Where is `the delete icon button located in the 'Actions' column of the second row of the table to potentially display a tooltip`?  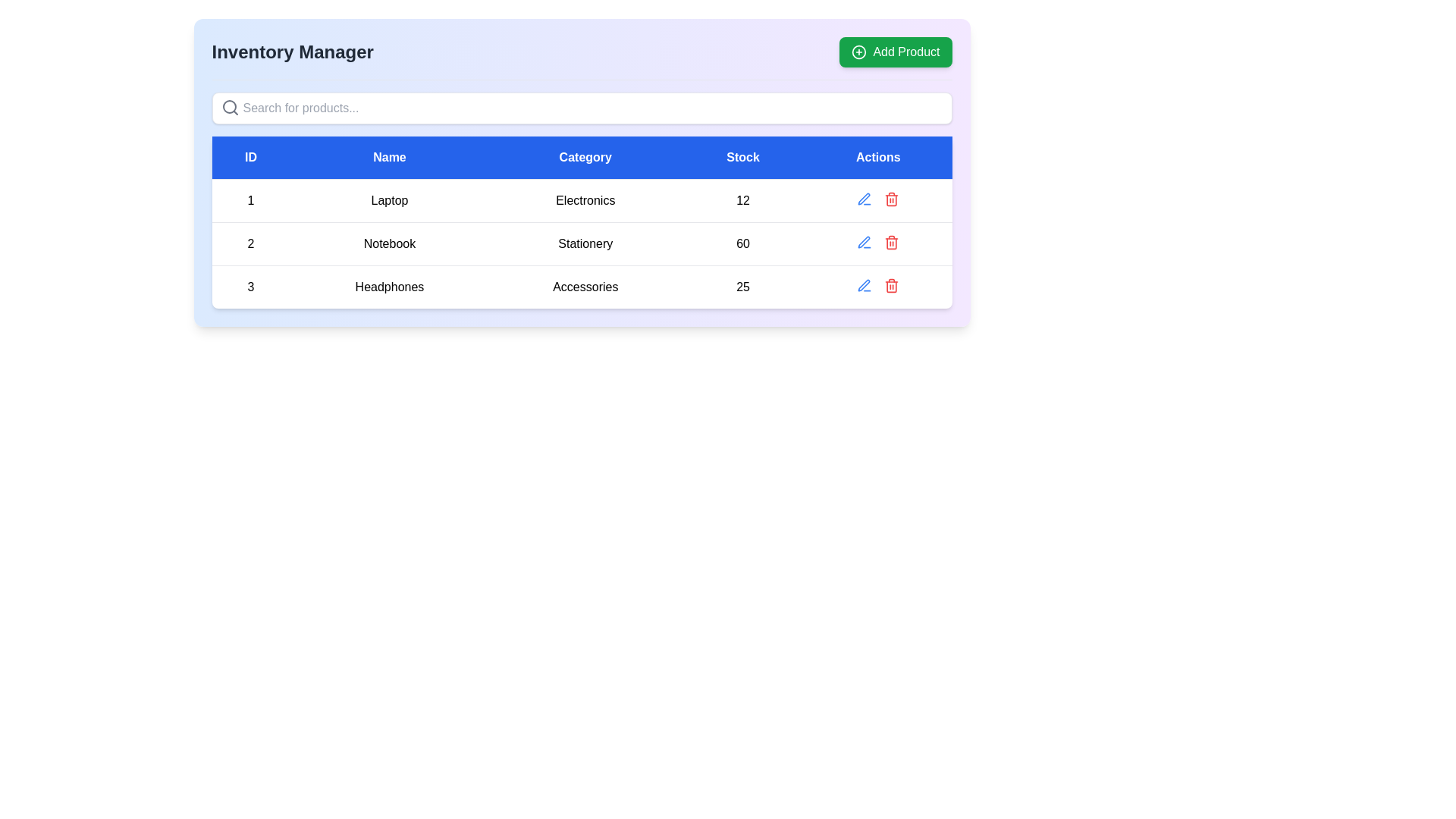
the delete icon button located in the 'Actions' column of the second row of the table to potentially display a tooltip is located at coordinates (892, 242).